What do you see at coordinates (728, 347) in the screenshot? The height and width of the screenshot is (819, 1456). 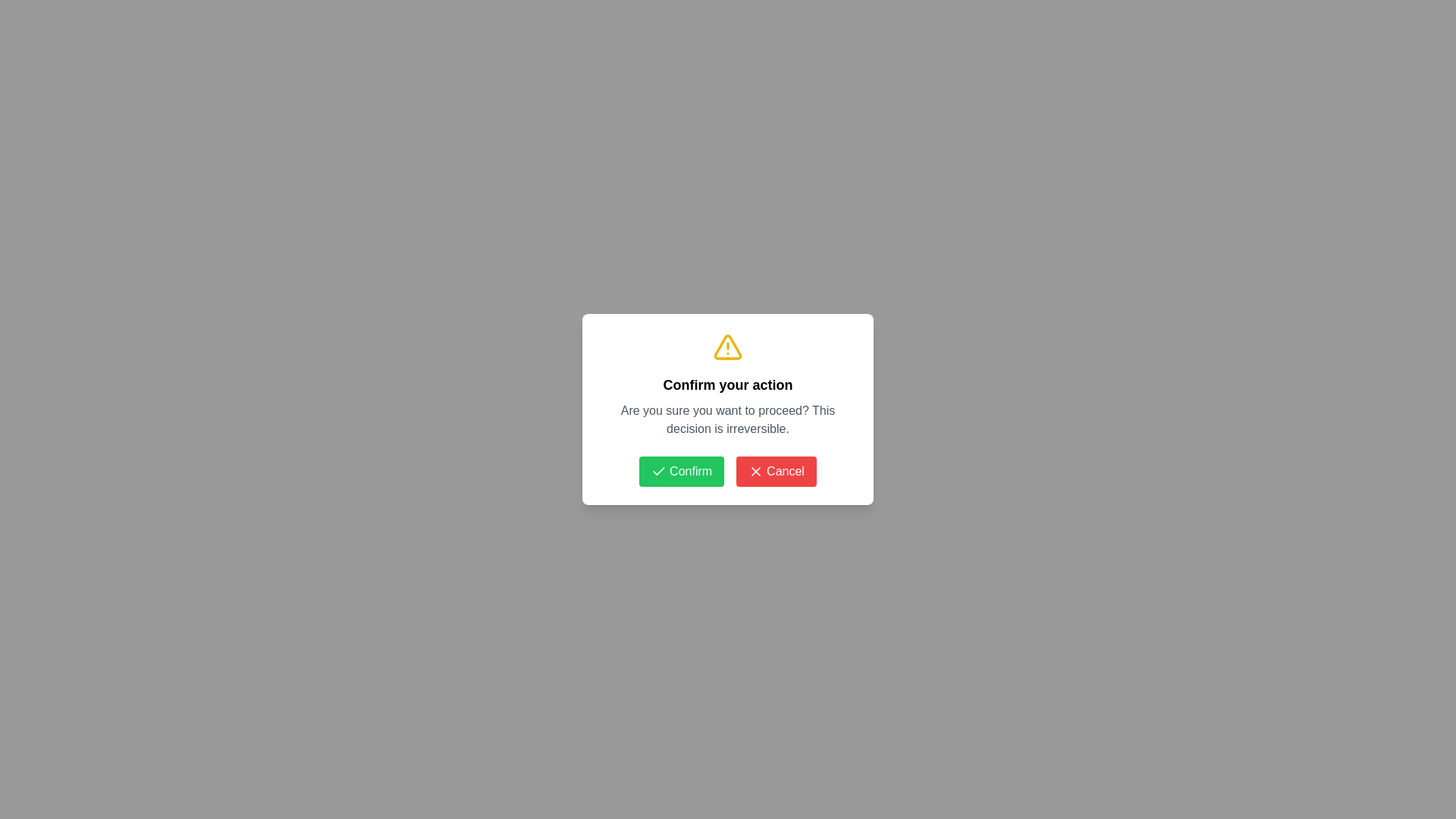 I see `the triangular warning icon with a yellow color and black outlines, located above the title text 'Confirm your action' in the confirmation modal` at bounding box center [728, 347].